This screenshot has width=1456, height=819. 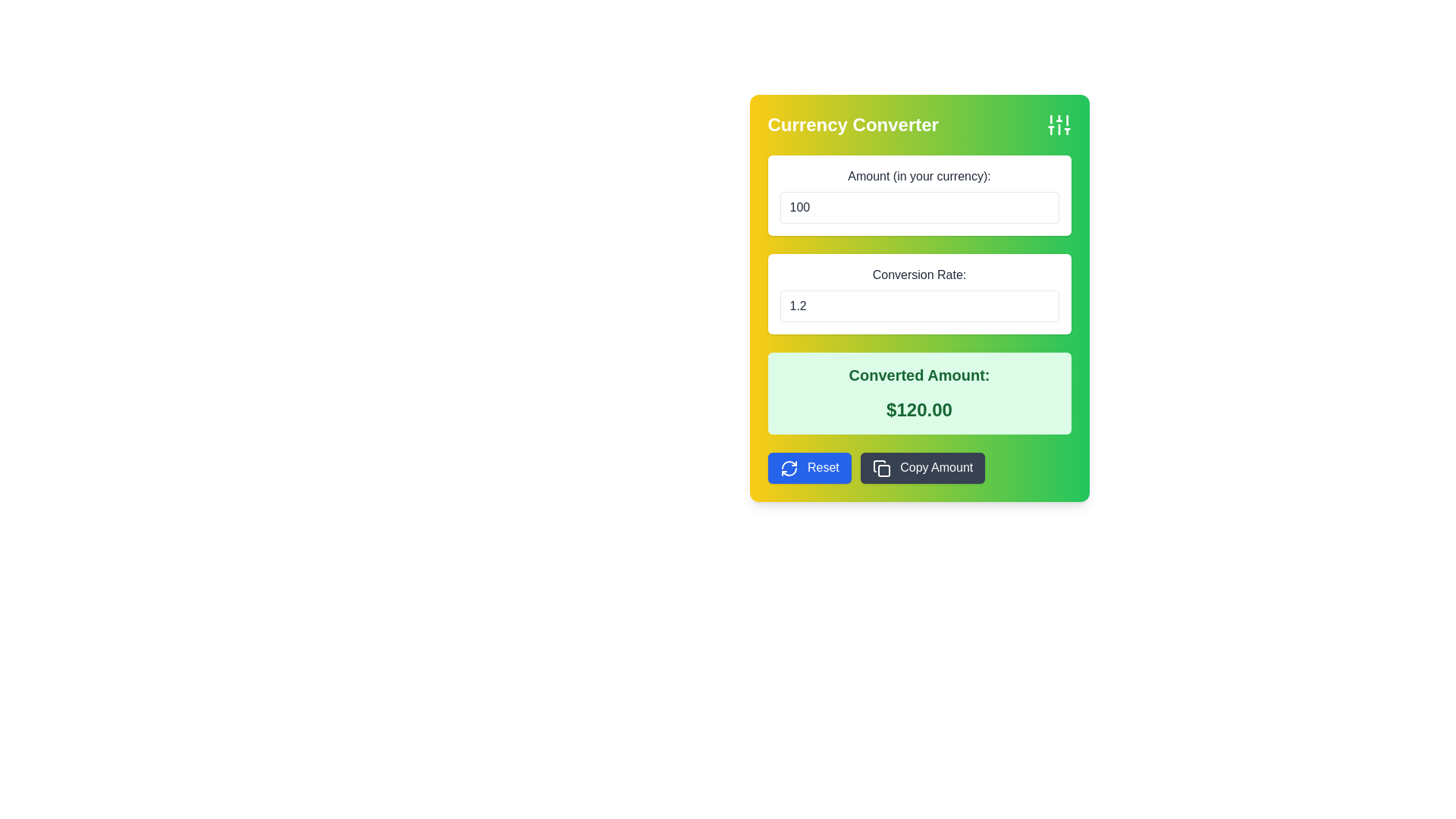 I want to click on the 'Currency Converter' text header, which is a large and bold font element located at the top-left corner of the section, prominently displayed against a gradient background, so click(x=853, y=124).